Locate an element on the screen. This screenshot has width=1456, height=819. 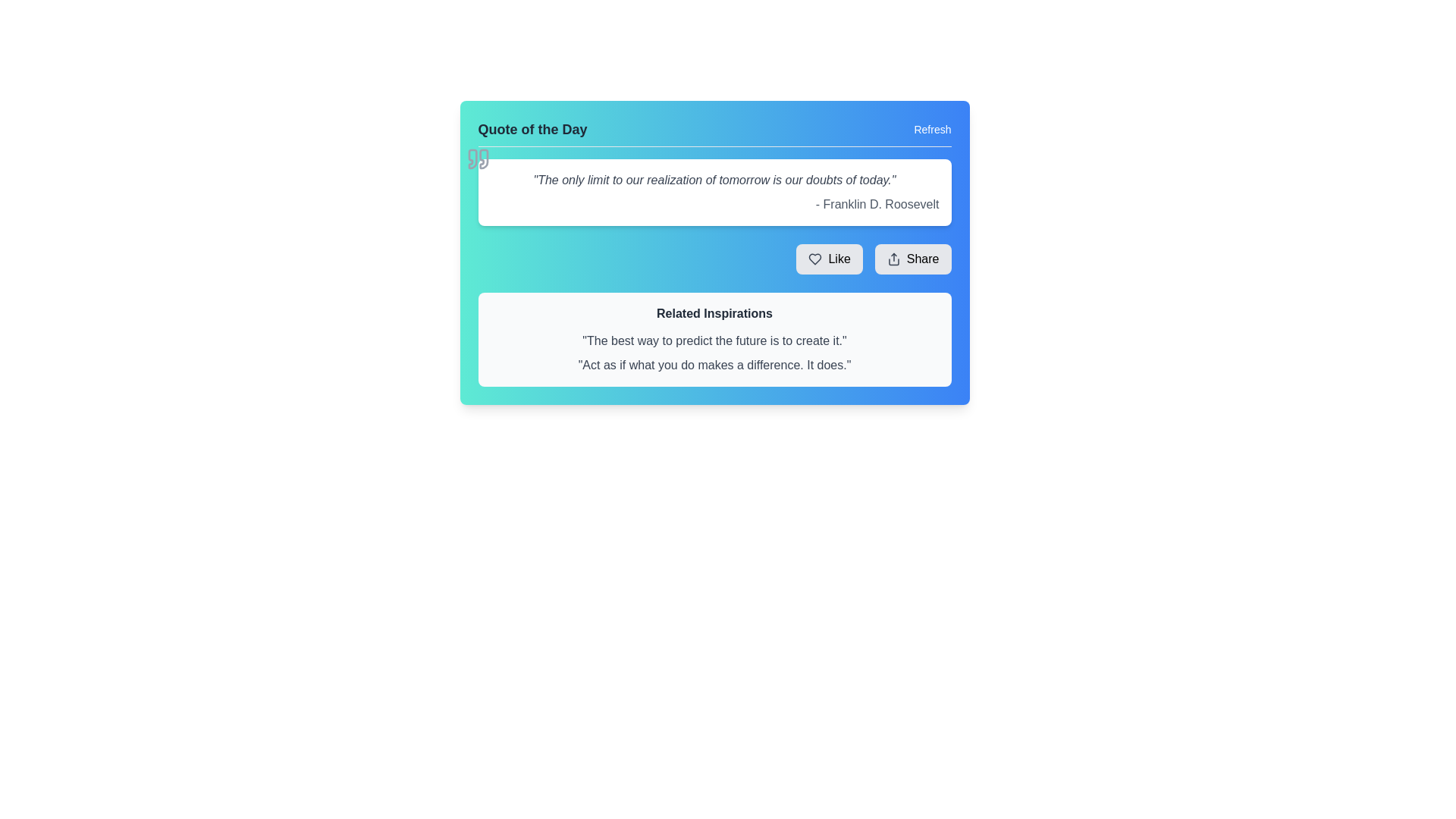
quotes displayed in the 'Related Inspirations' informative display box located near the bottom of the card, below the 'Like' and 'Share' buttons is located at coordinates (714, 338).